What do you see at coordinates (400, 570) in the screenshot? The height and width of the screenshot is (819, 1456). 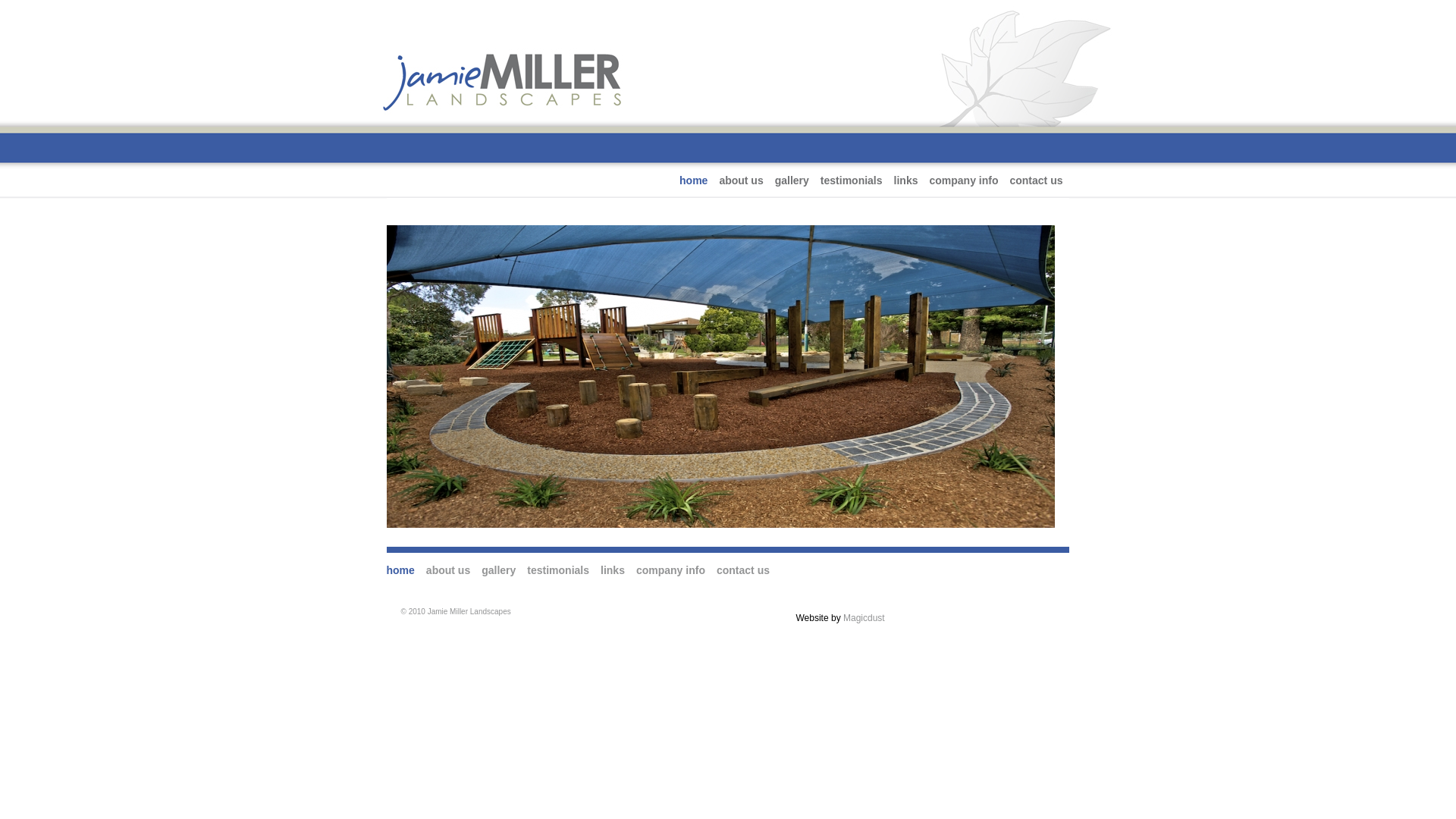 I see `'home'` at bounding box center [400, 570].